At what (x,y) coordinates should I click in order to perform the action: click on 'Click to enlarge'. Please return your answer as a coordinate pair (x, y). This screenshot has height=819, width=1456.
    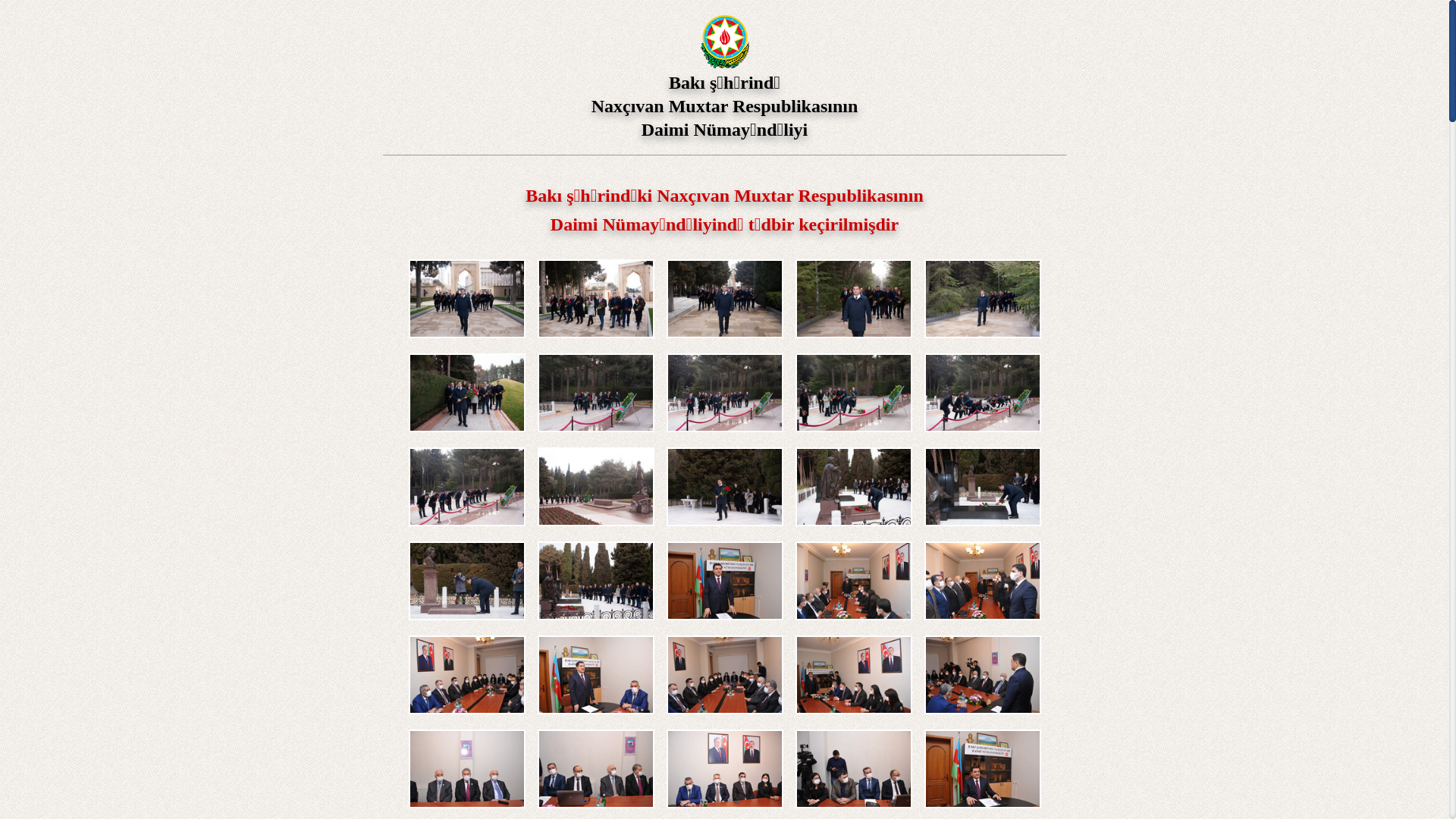
    Looking at the image, I should click on (723, 486).